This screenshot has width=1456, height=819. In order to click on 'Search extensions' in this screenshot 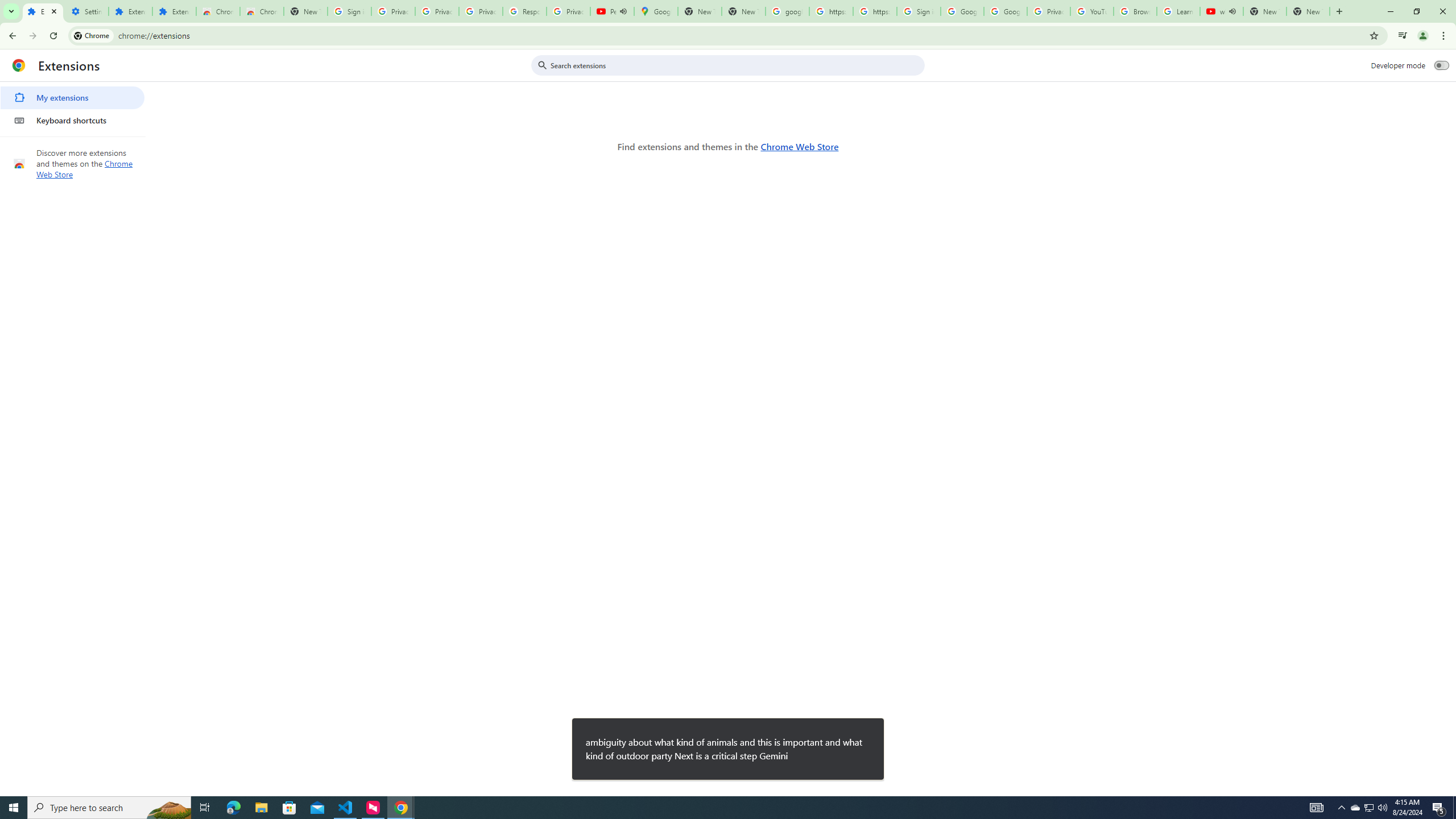, I will do `click(735, 65)`.